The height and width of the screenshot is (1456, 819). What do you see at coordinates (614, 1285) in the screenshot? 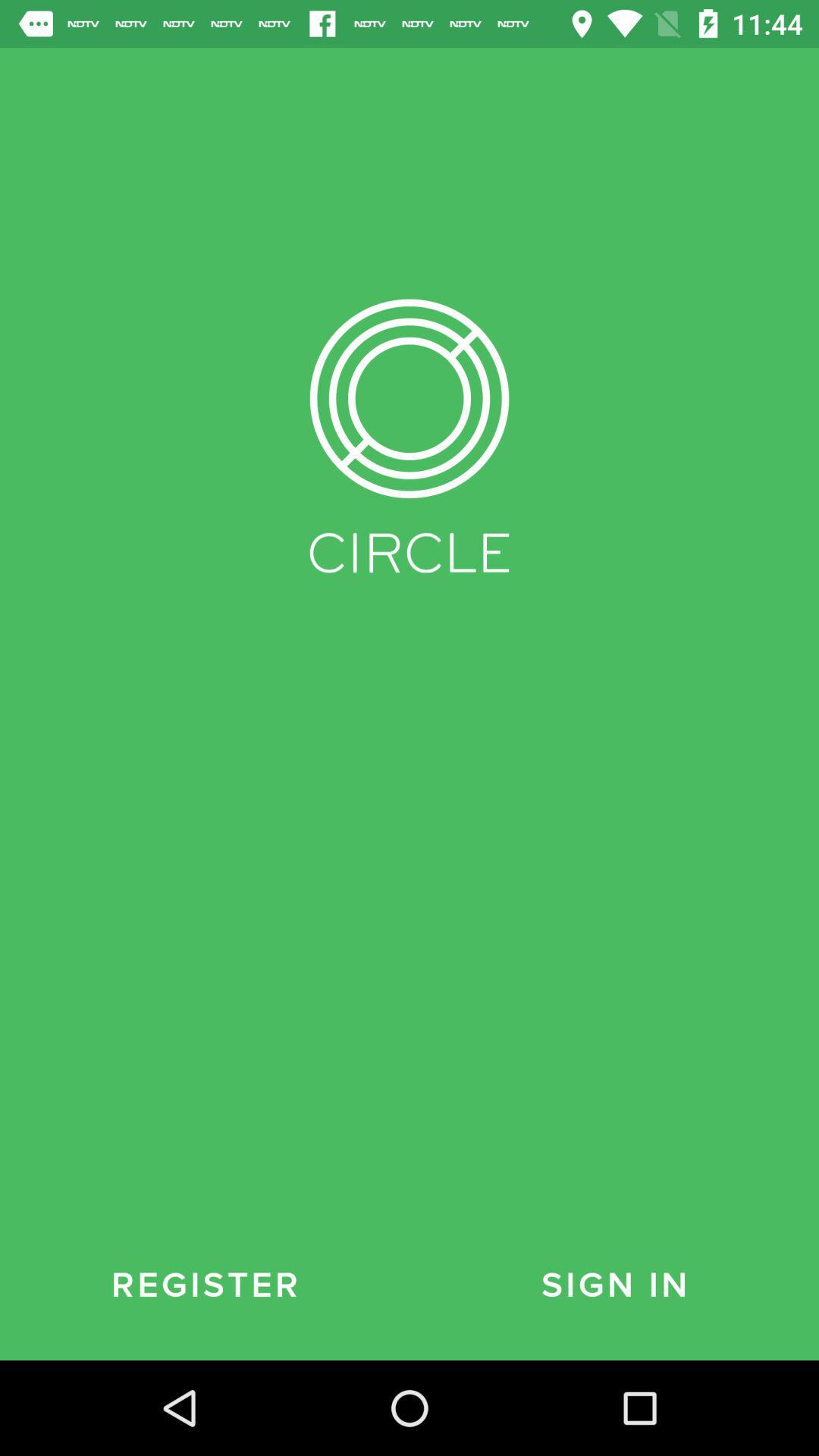
I see `sign in` at bounding box center [614, 1285].